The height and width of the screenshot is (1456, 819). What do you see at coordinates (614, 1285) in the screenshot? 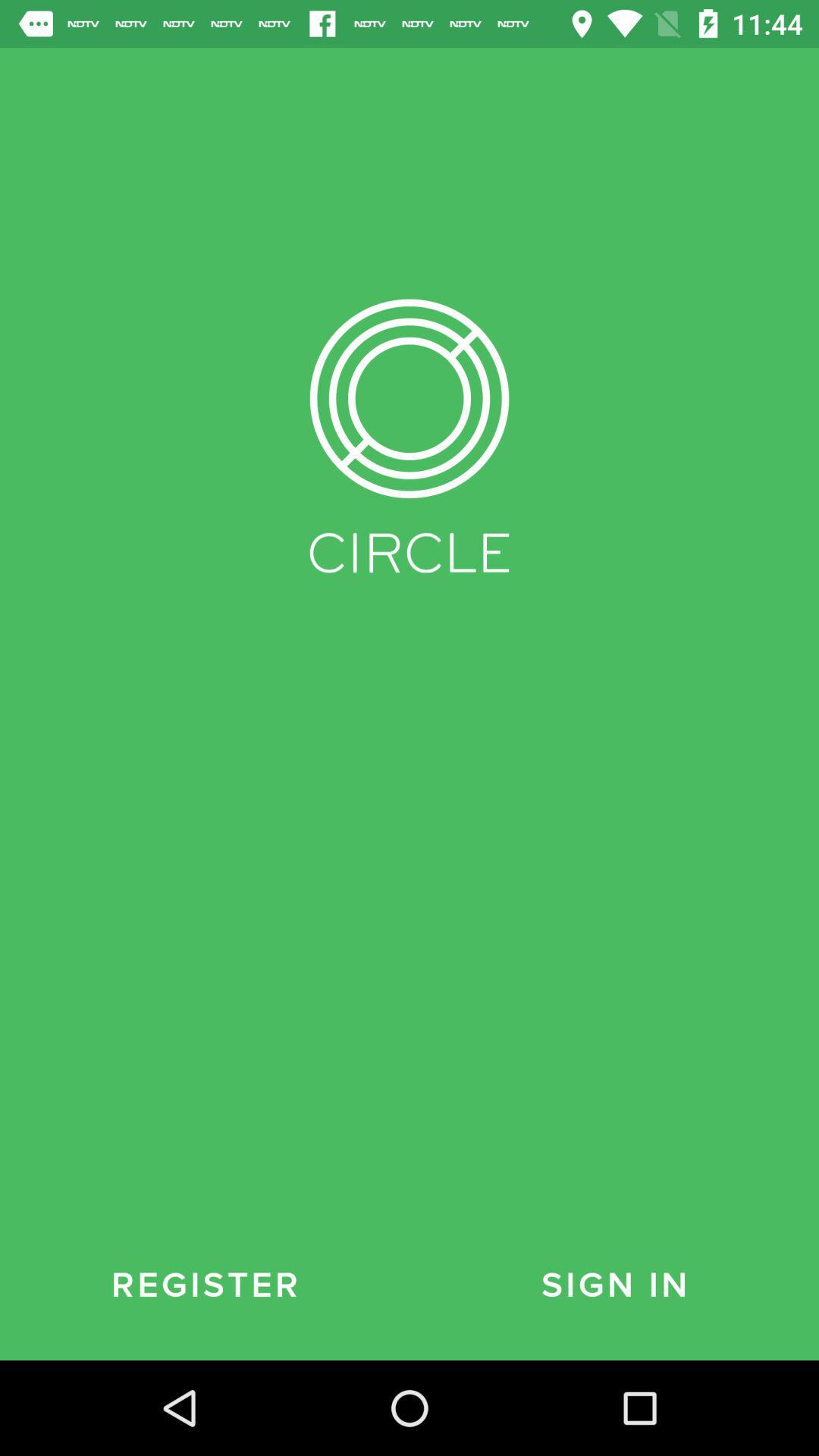
I see `sign in` at bounding box center [614, 1285].